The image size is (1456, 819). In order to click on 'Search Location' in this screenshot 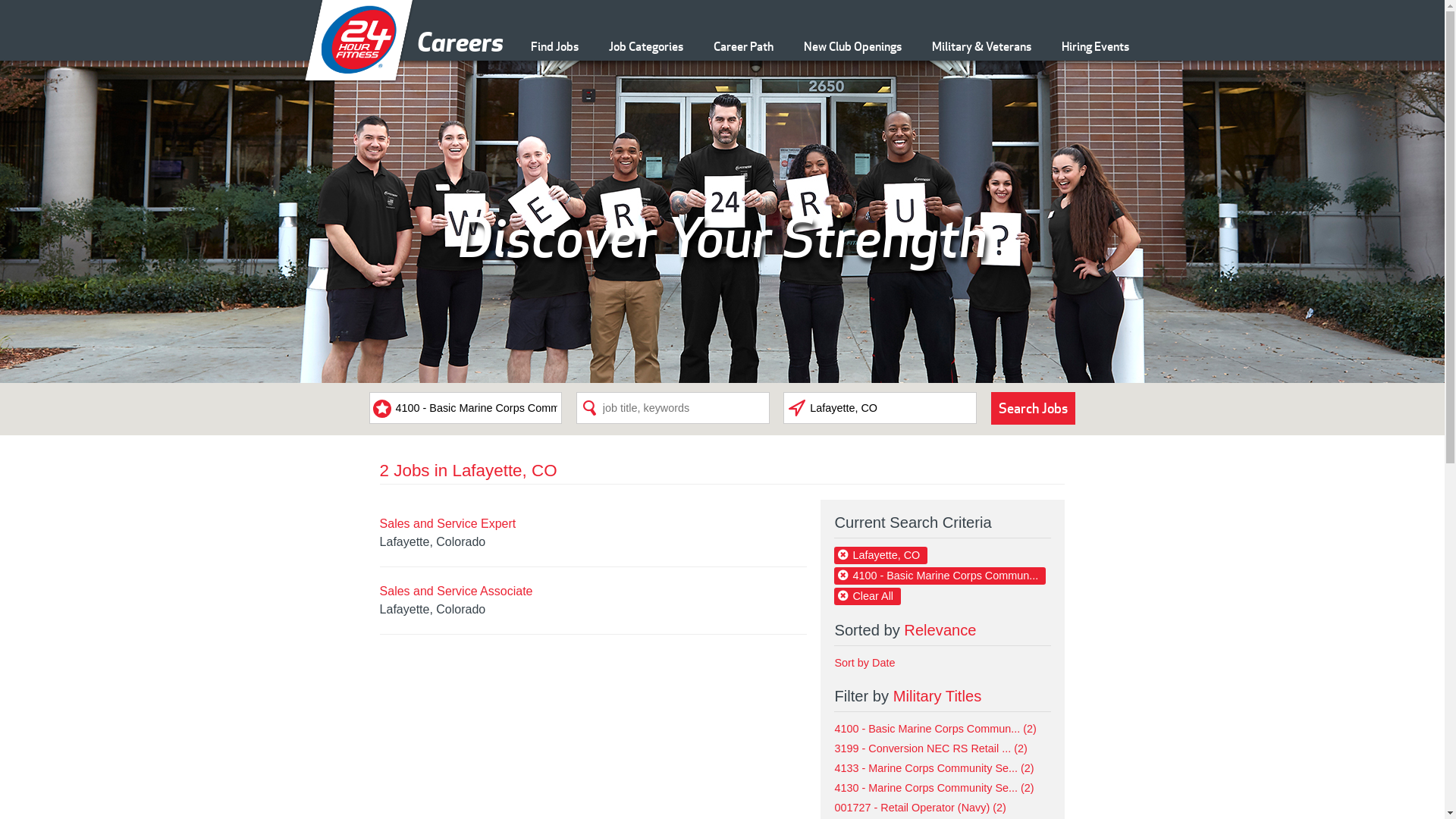, I will do `click(880, 406)`.